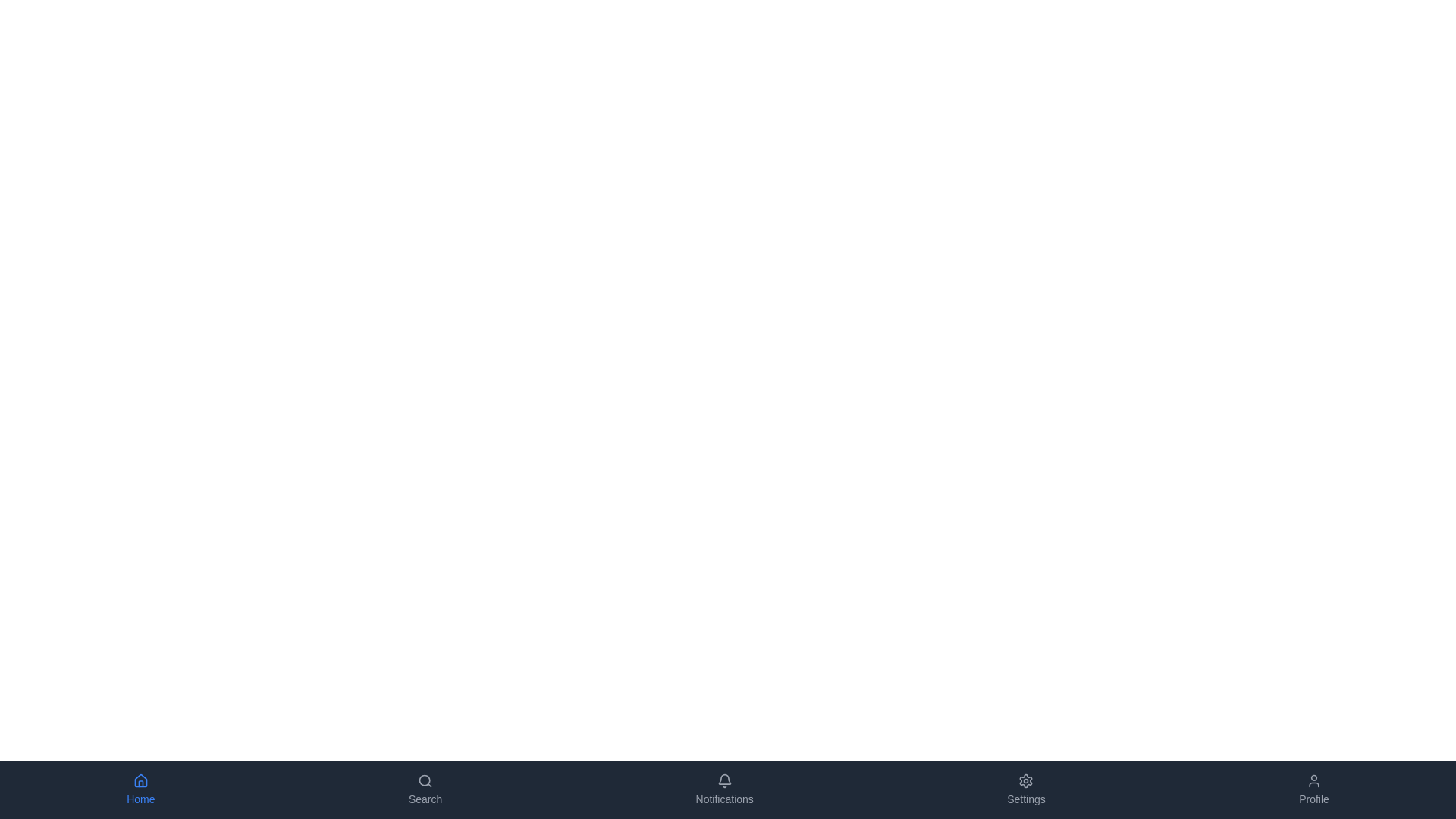  I want to click on the 'Profile' text label located in the bottom-right corner of the navigation bar, so click(1313, 798).